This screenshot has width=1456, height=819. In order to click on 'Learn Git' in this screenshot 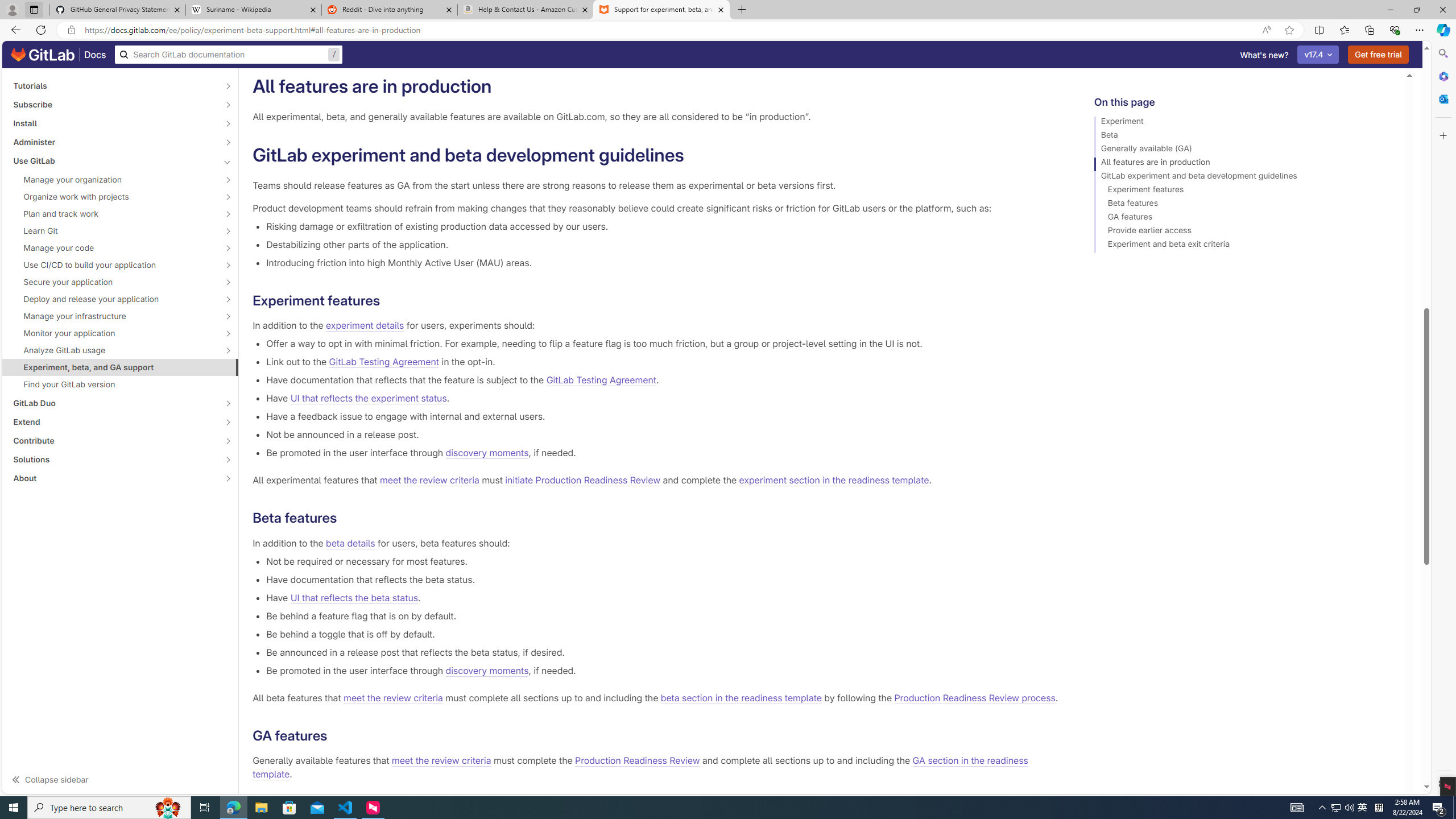, I will do `click(113, 230)`.